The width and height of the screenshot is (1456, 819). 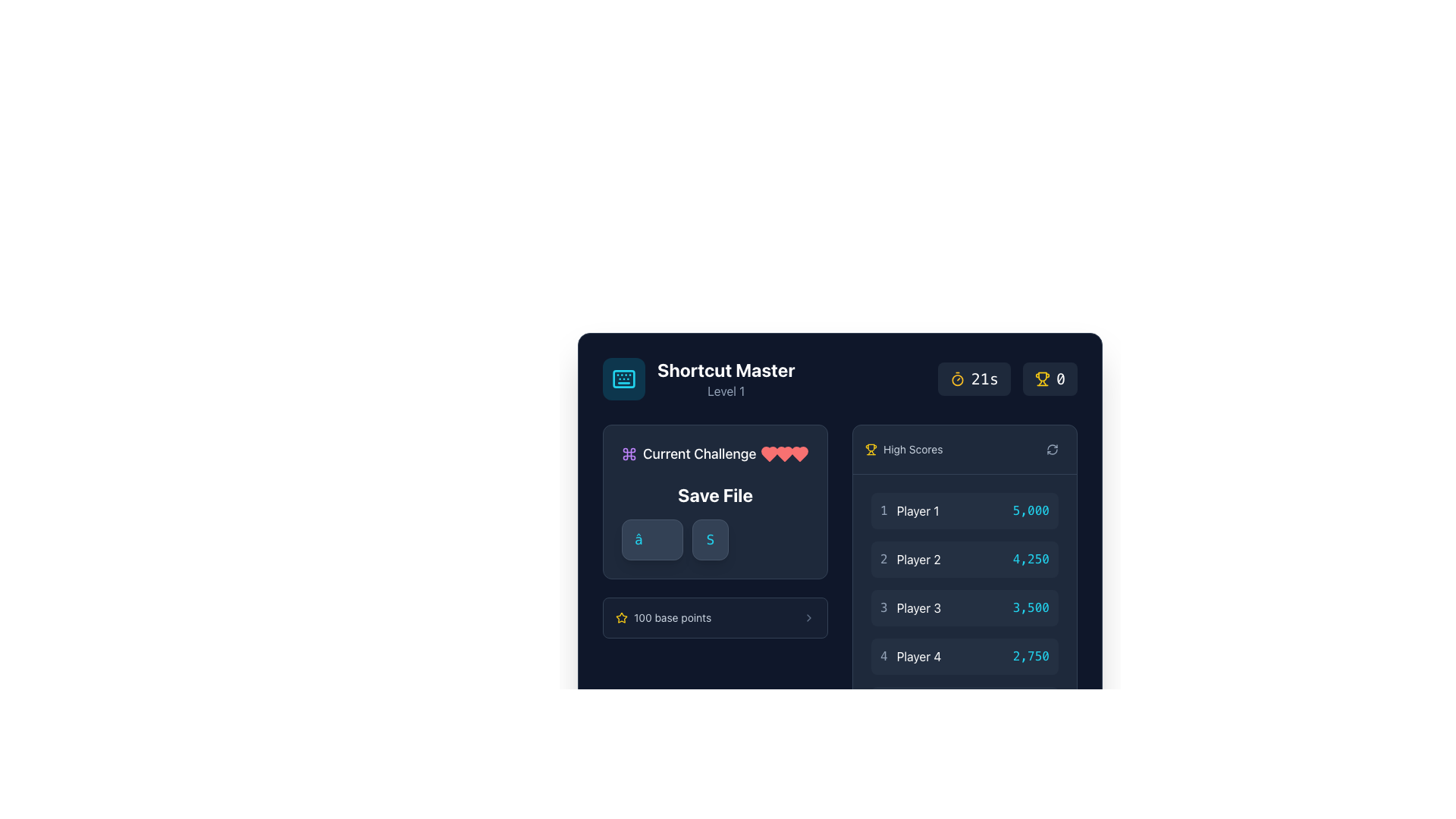 What do you see at coordinates (1051, 449) in the screenshot?
I see `the circular refresh icon button located in the top right corner of the 'High Scores' section` at bounding box center [1051, 449].